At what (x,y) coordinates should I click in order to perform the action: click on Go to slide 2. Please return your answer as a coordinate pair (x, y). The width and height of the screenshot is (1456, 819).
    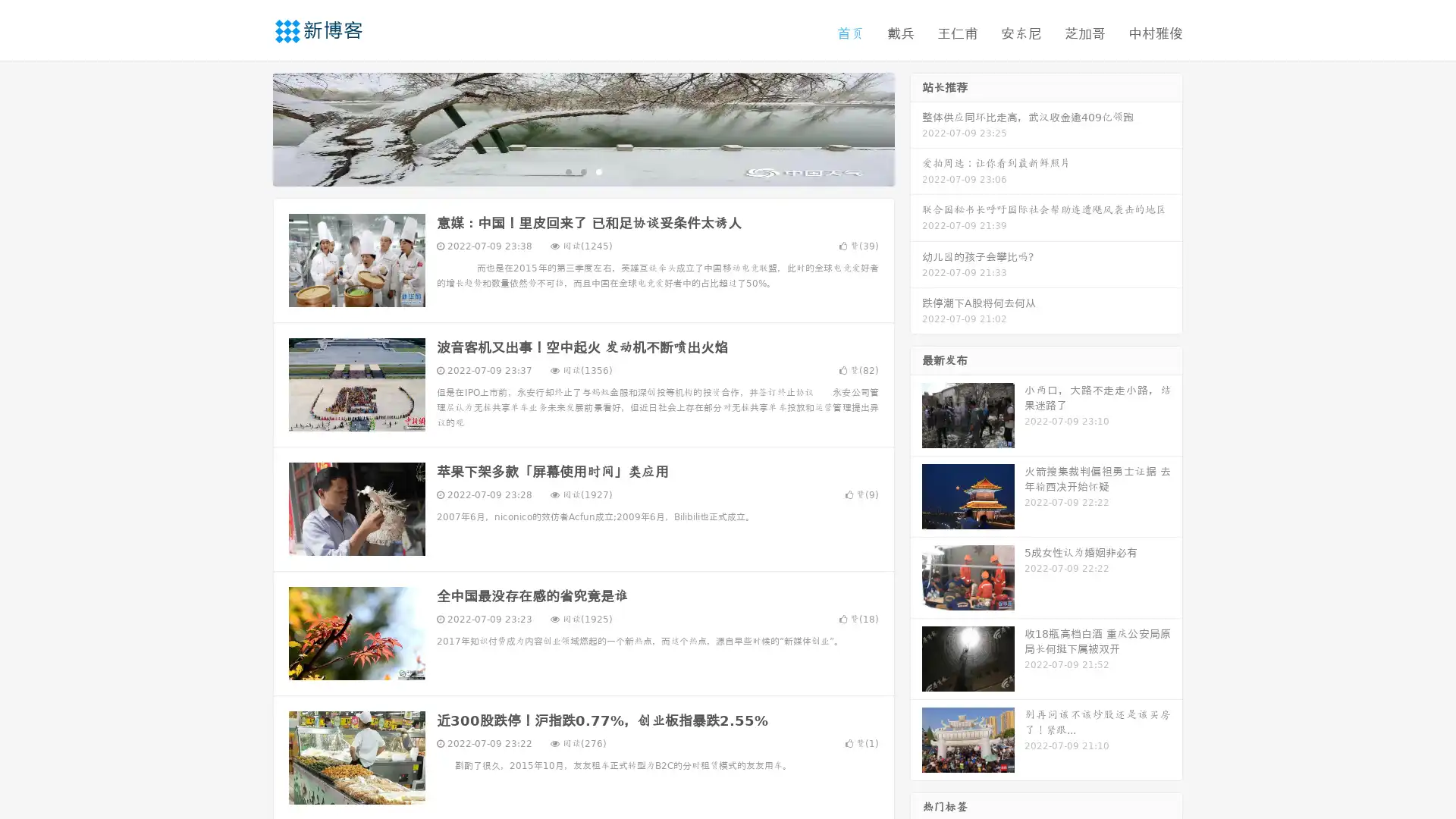
    Looking at the image, I should click on (582, 171).